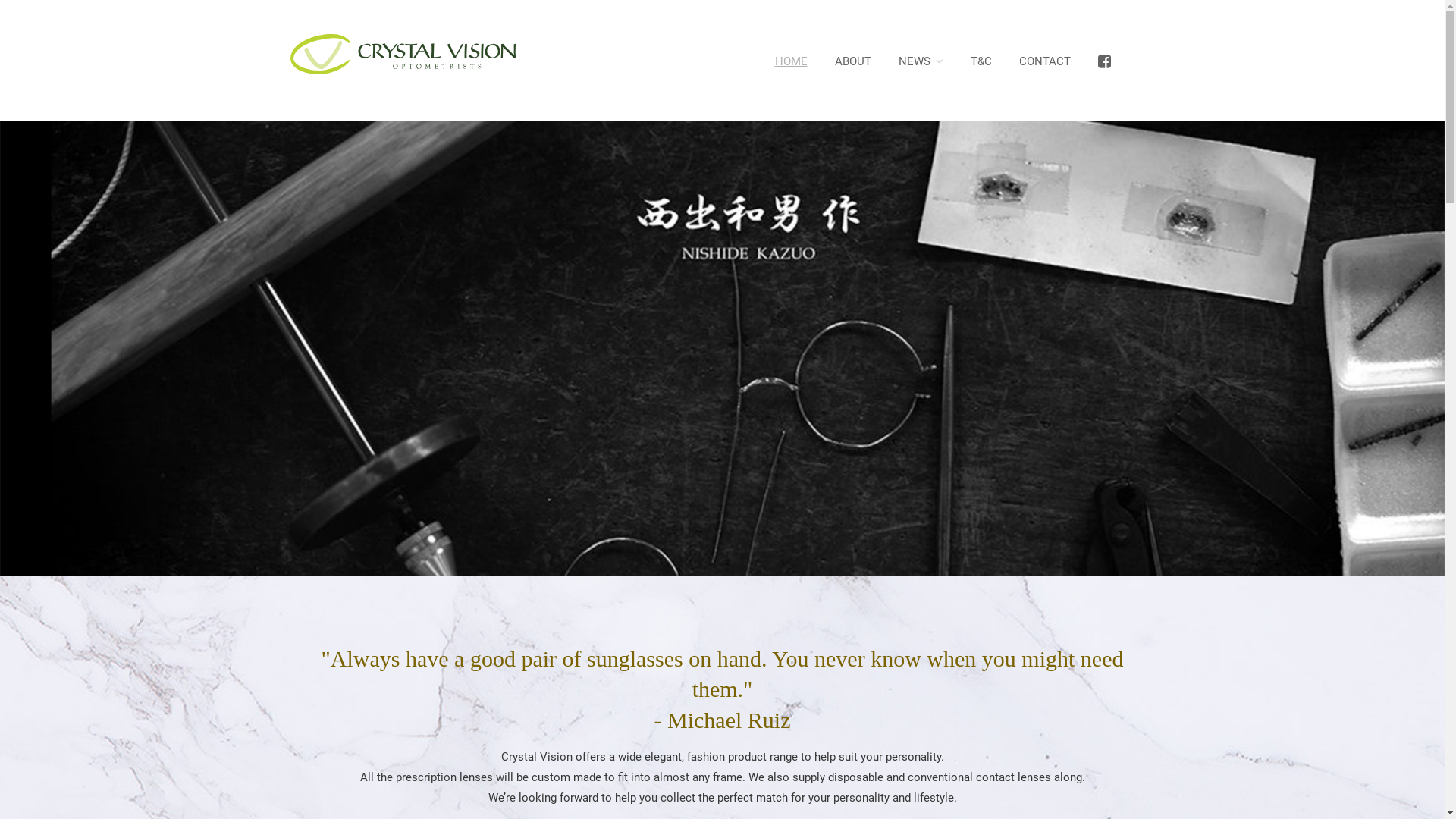  What do you see at coordinates (852, 61) in the screenshot?
I see `'ABOUT'` at bounding box center [852, 61].